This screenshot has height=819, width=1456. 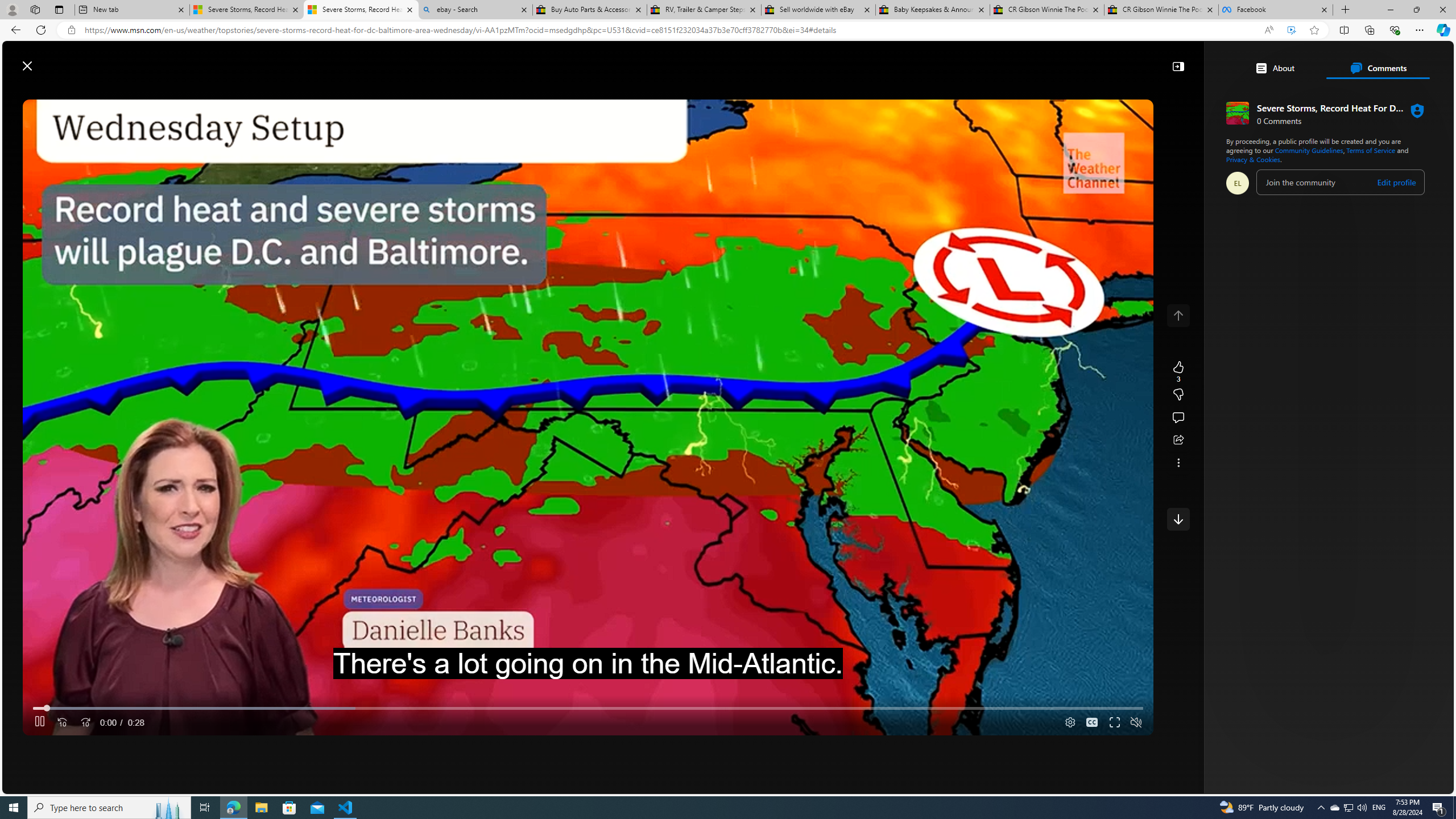 I want to click on 'See more', so click(x=1178, y=462).